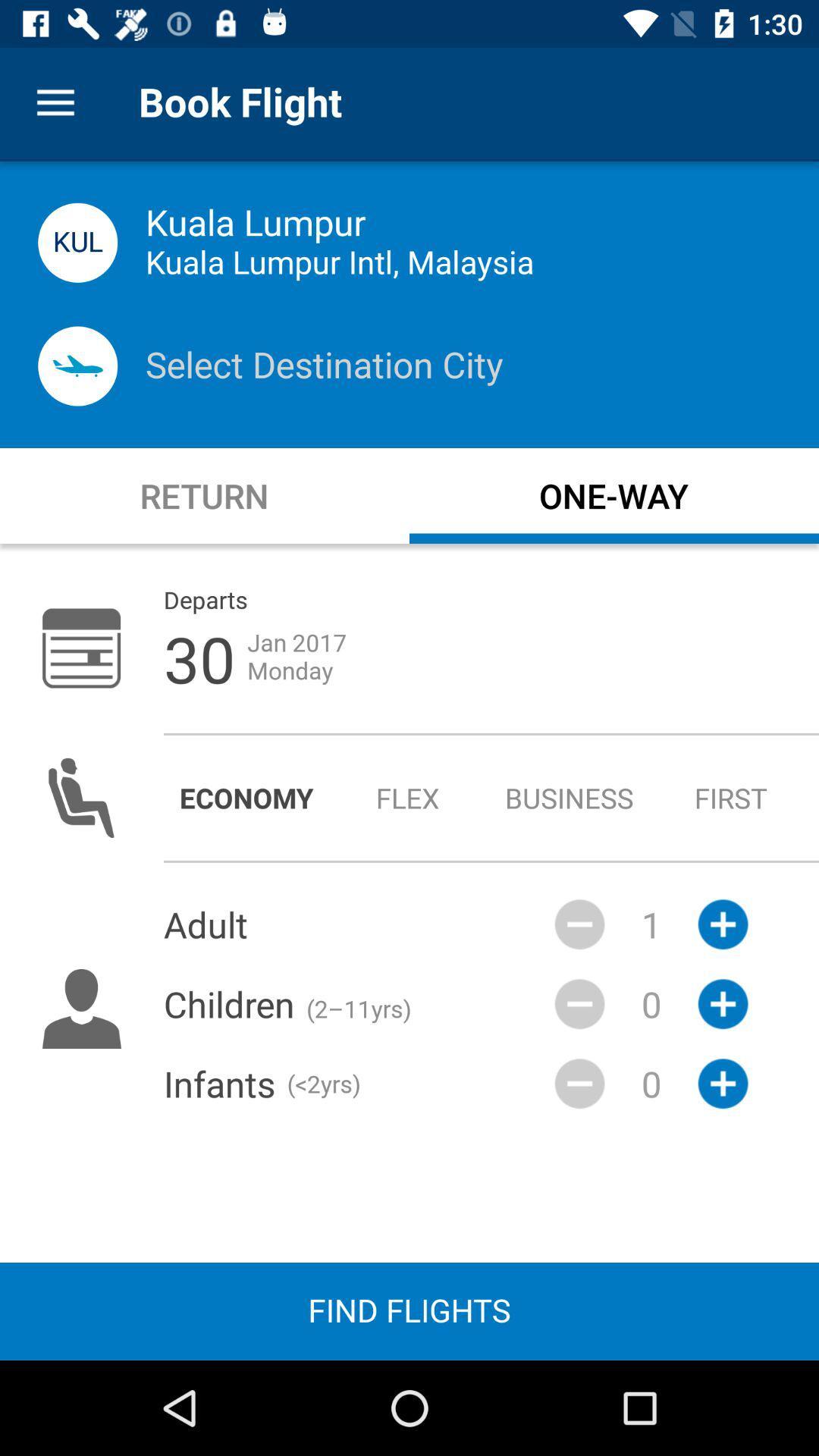 Image resolution: width=819 pixels, height=1456 pixels. I want to click on flex, so click(407, 797).